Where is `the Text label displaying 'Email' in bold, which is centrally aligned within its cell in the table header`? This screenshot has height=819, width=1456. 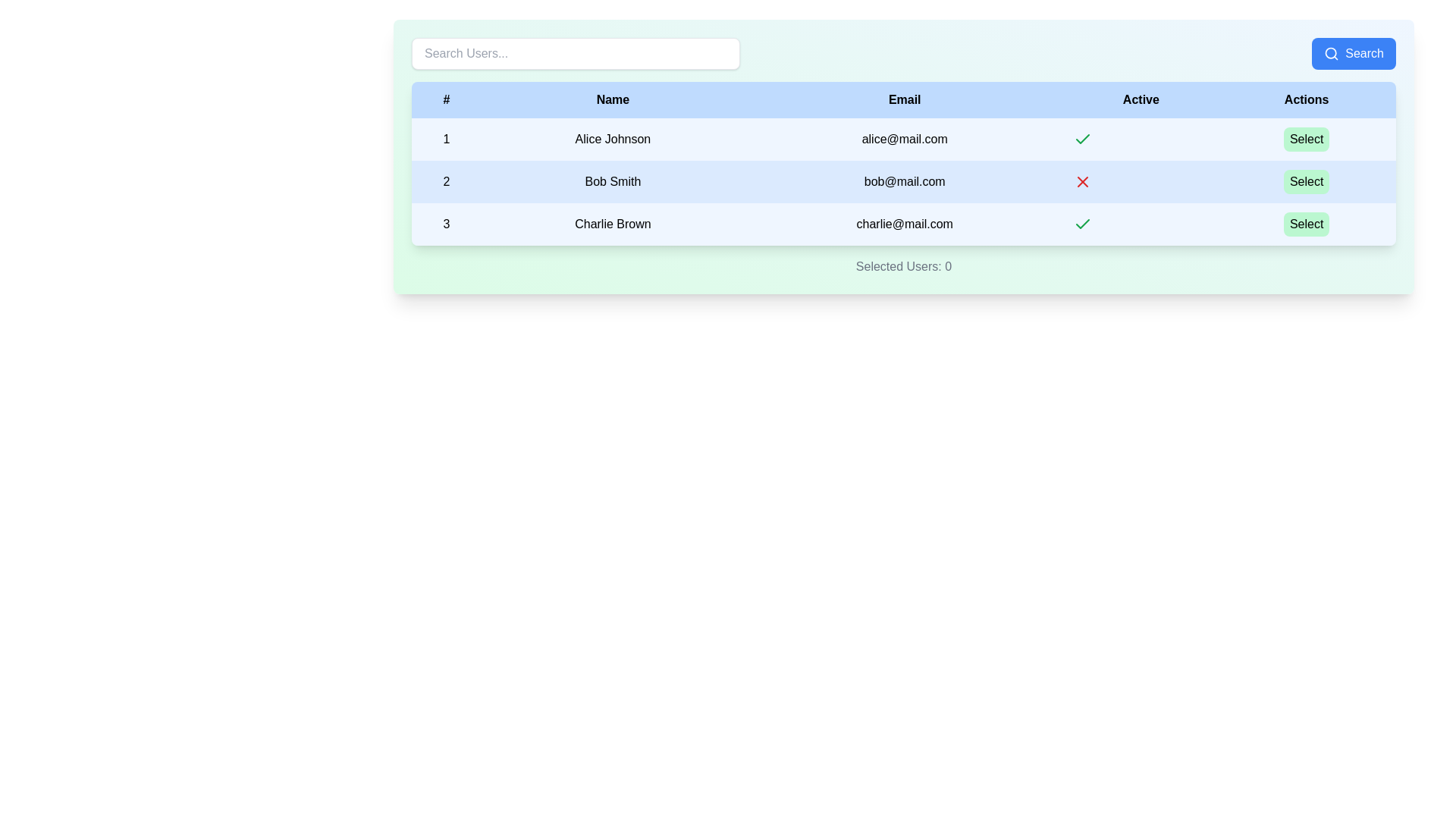 the Text label displaying 'Email' in bold, which is centrally aligned within its cell in the table header is located at coordinates (905, 99).